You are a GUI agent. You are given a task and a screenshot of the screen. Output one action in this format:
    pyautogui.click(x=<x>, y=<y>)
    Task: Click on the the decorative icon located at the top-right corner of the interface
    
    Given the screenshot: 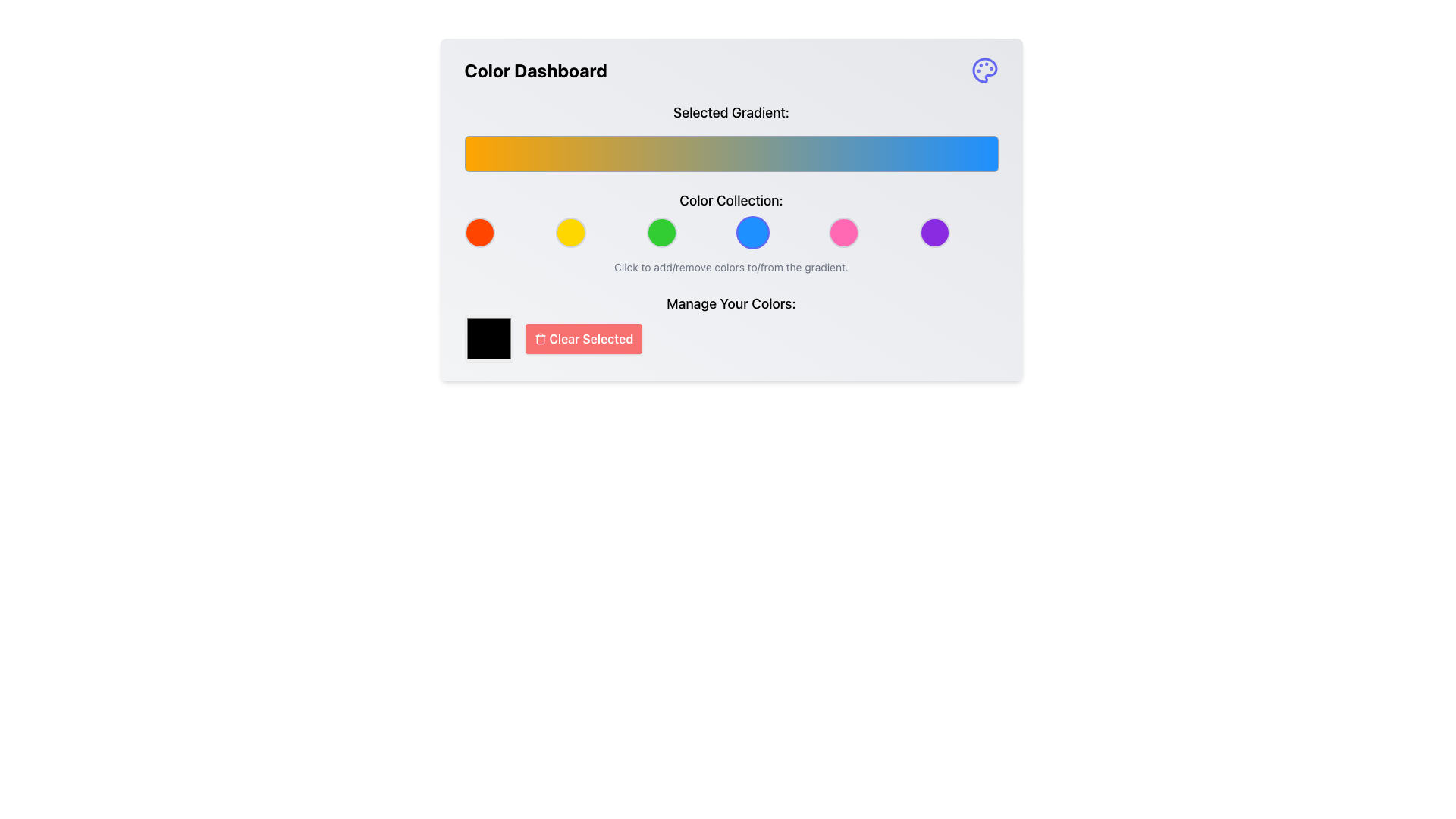 What is the action you would take?
    pyautogui.click(x=984, y=70)
    